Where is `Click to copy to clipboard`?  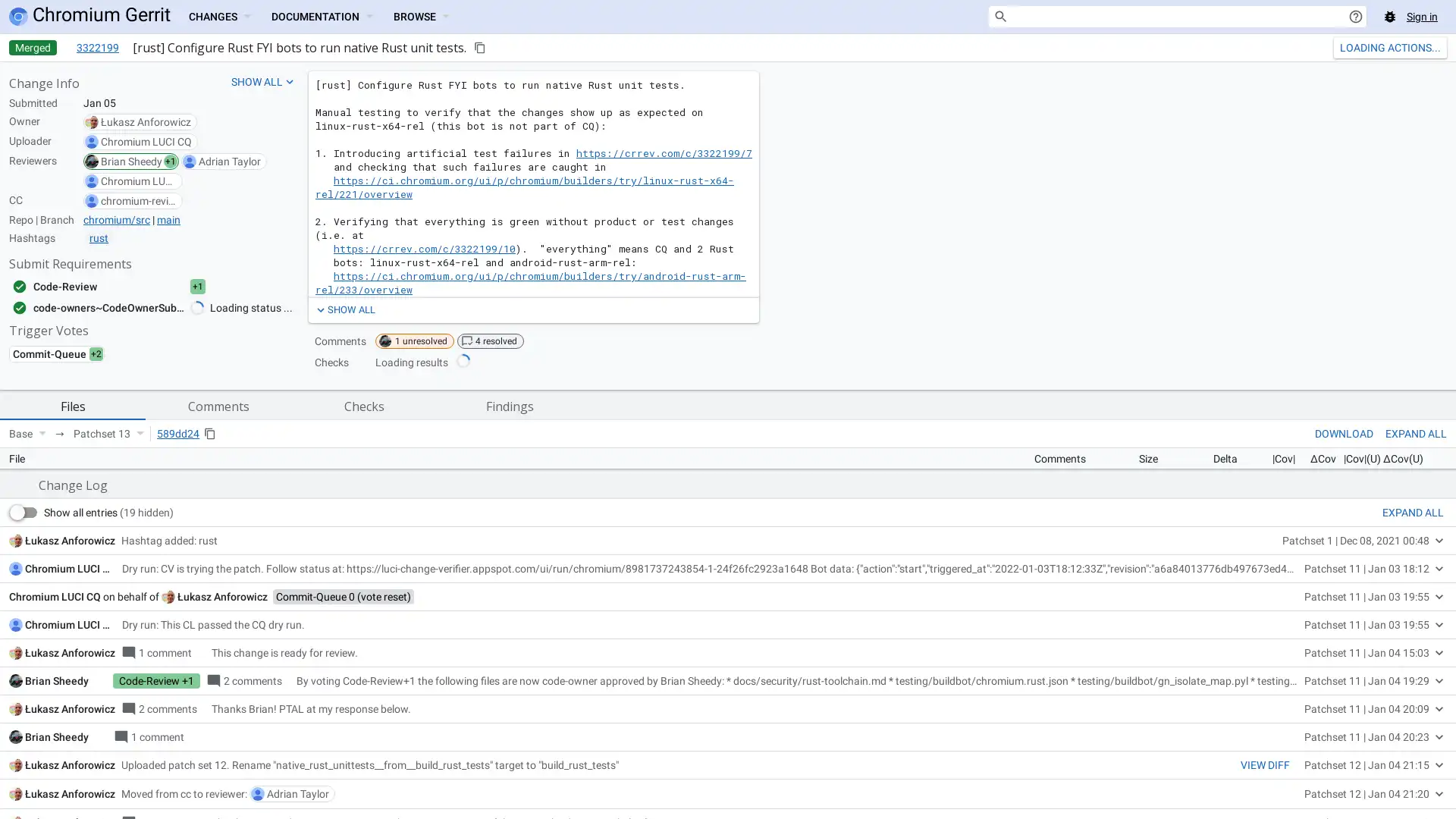 Click to copy to clipboard is located at coordinates (209, 433).